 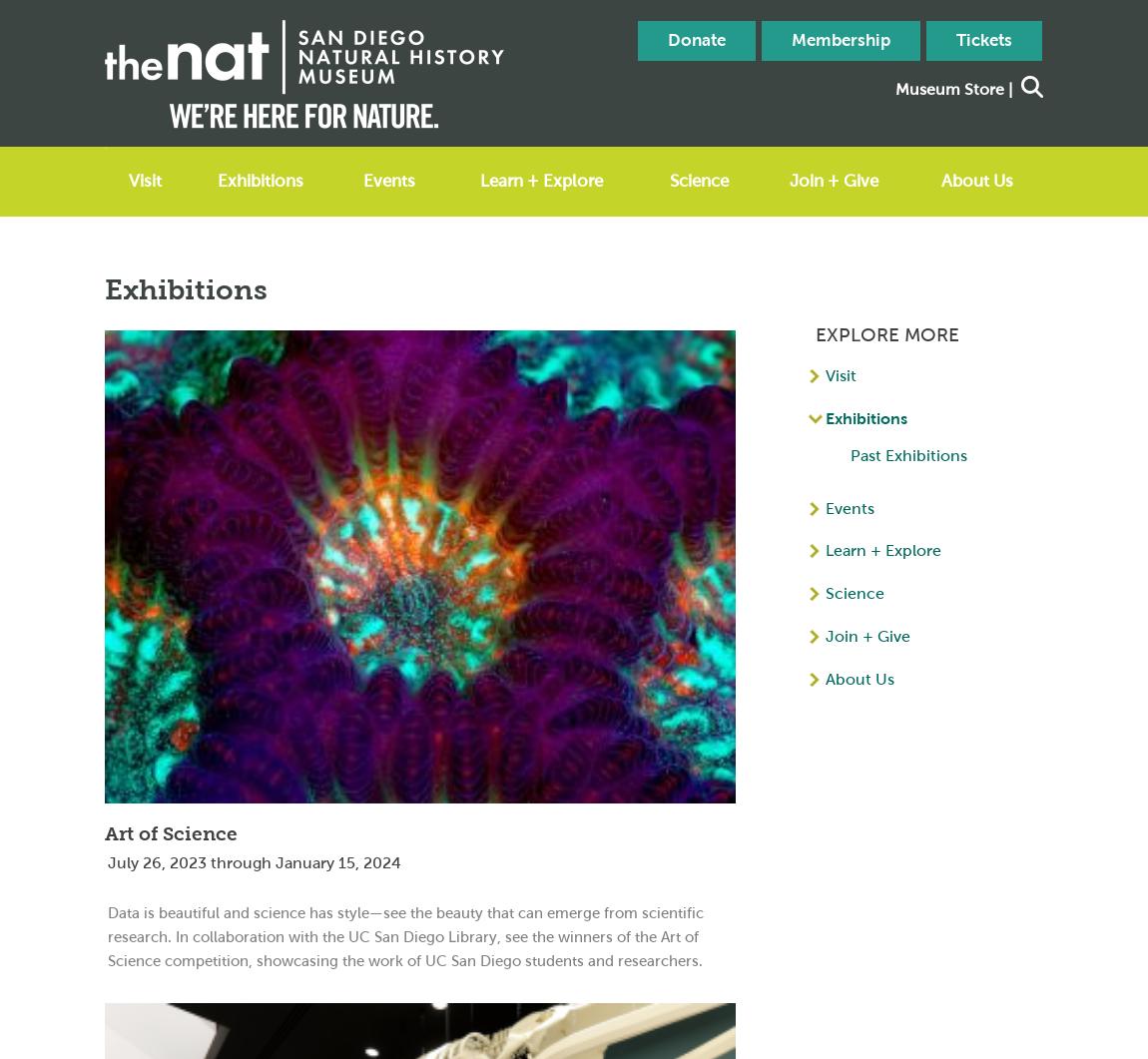 I want to click on 'Hours and Admission', so click(x=197, y=222).